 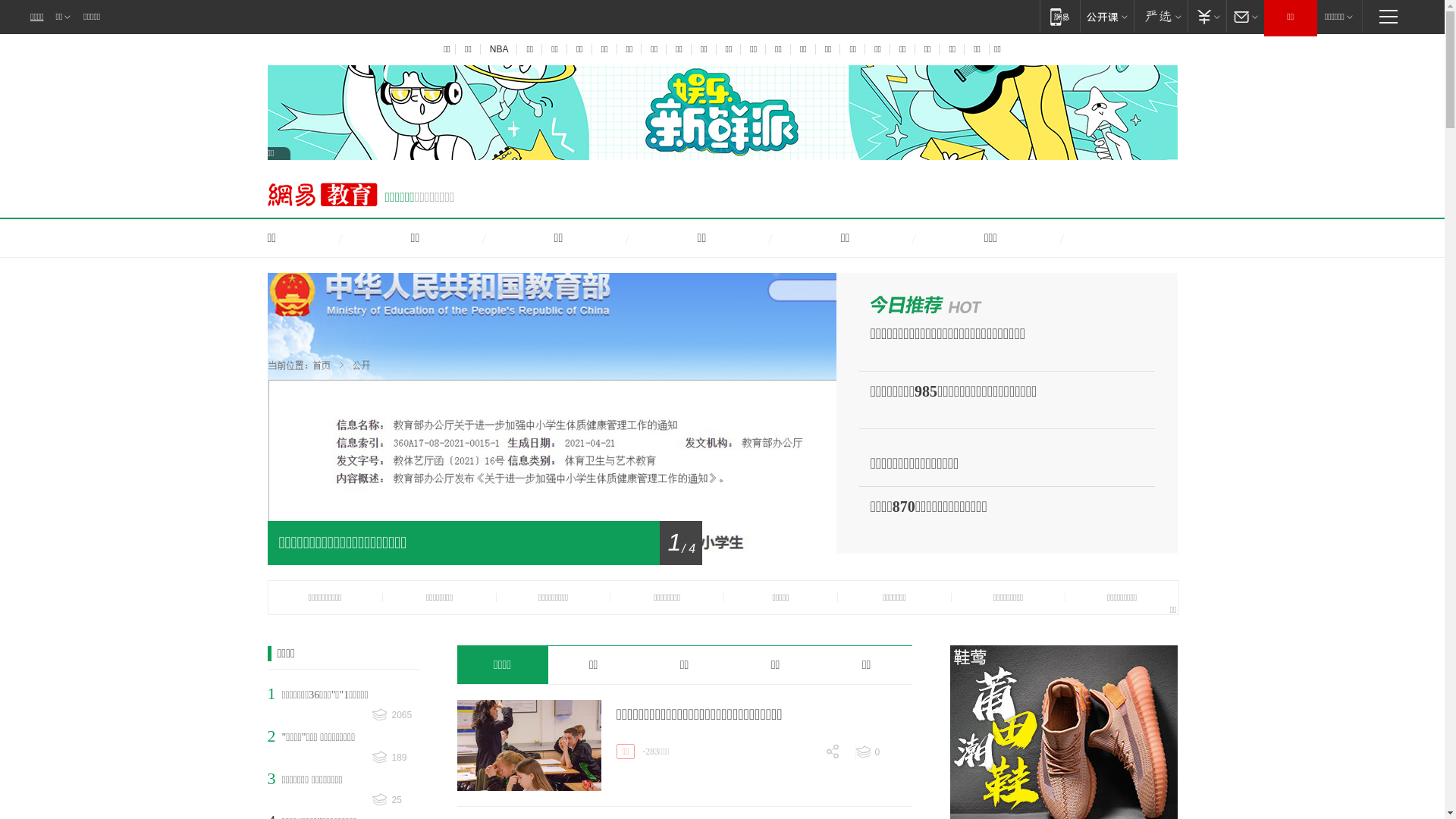 I want to click on '189', so click(x=395, y=758).